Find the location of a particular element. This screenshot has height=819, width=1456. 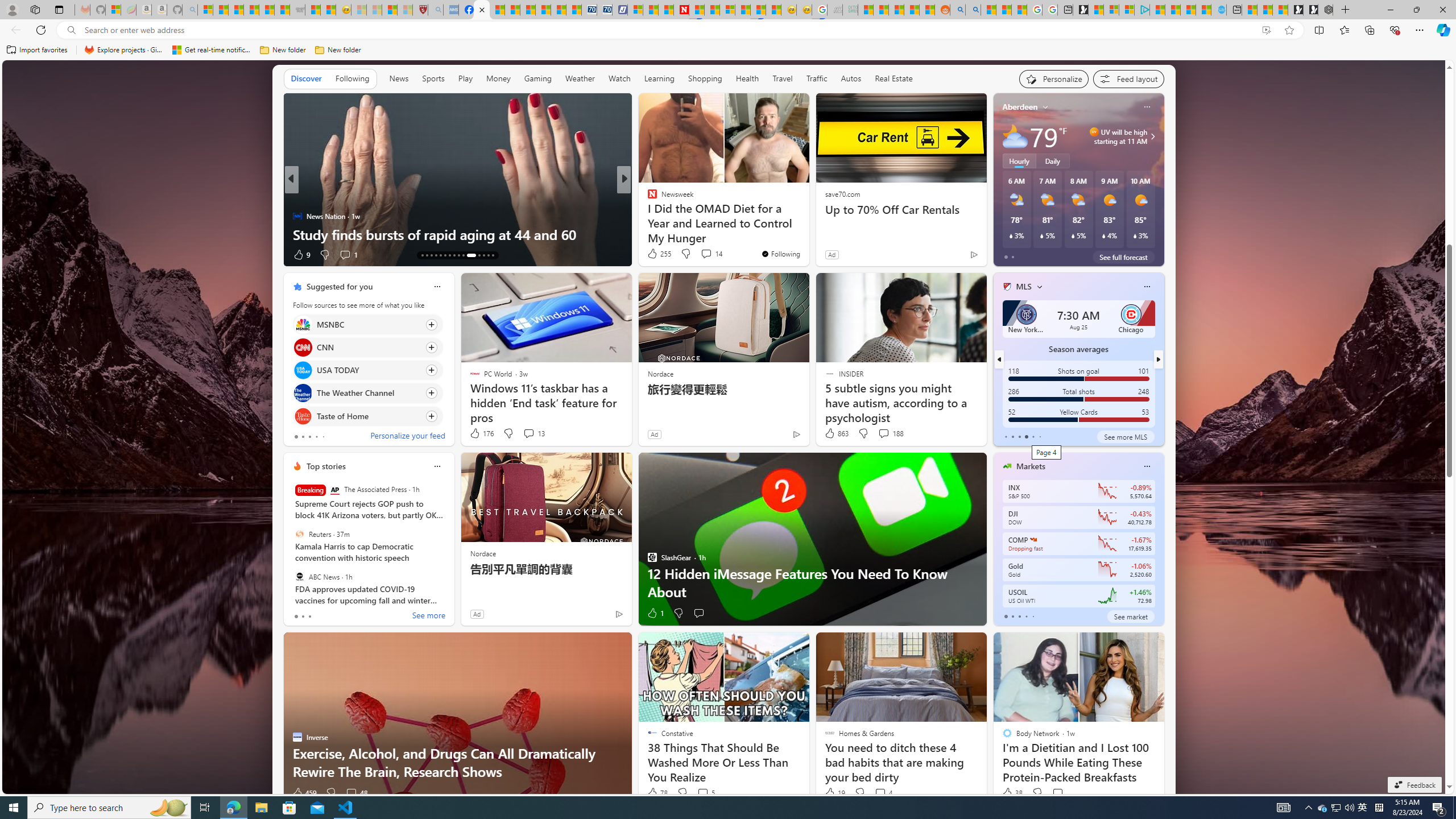

'Aberdeen' is located at coordinates (1020, 106).